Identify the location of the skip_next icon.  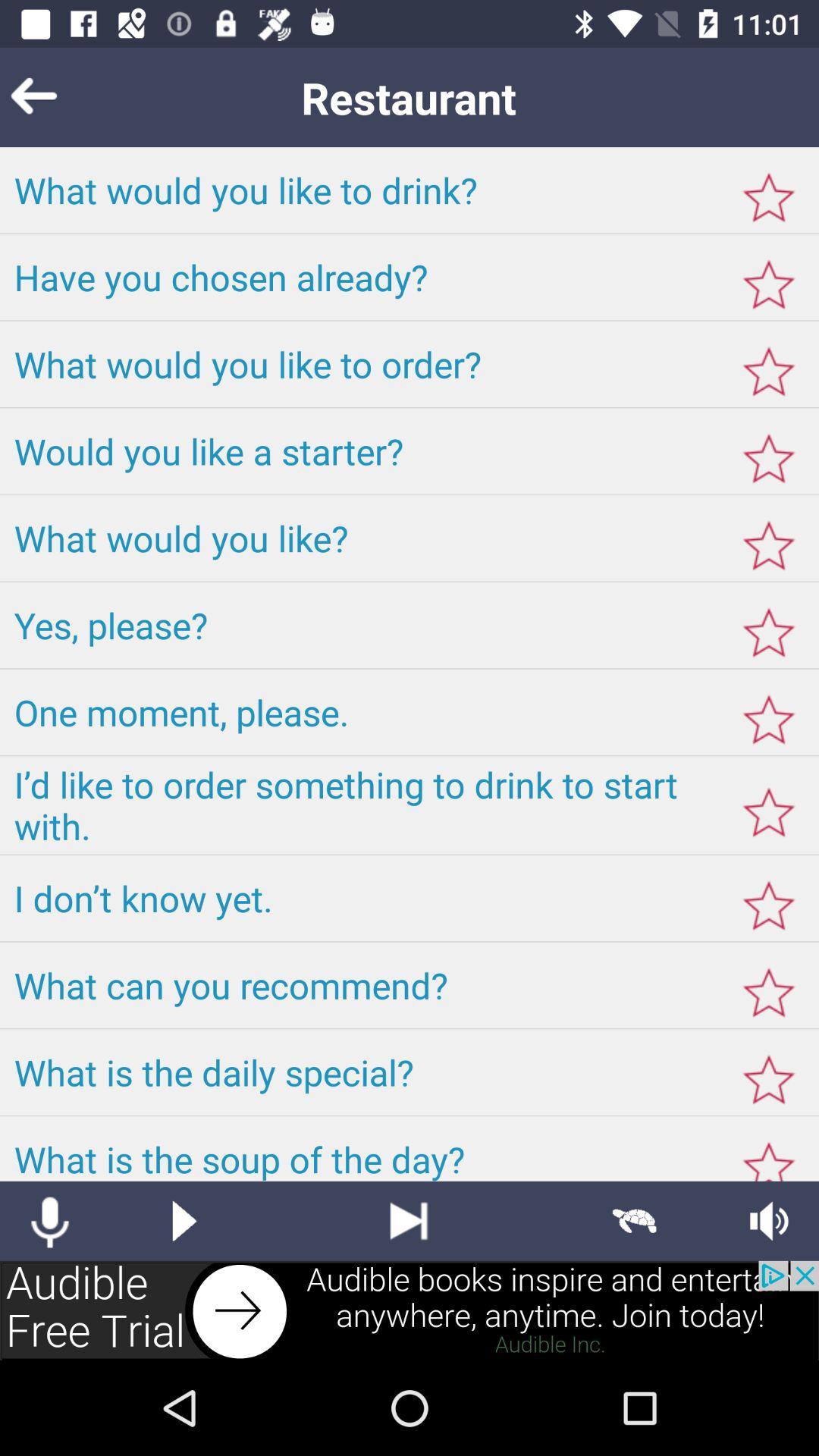
(408, 1221).